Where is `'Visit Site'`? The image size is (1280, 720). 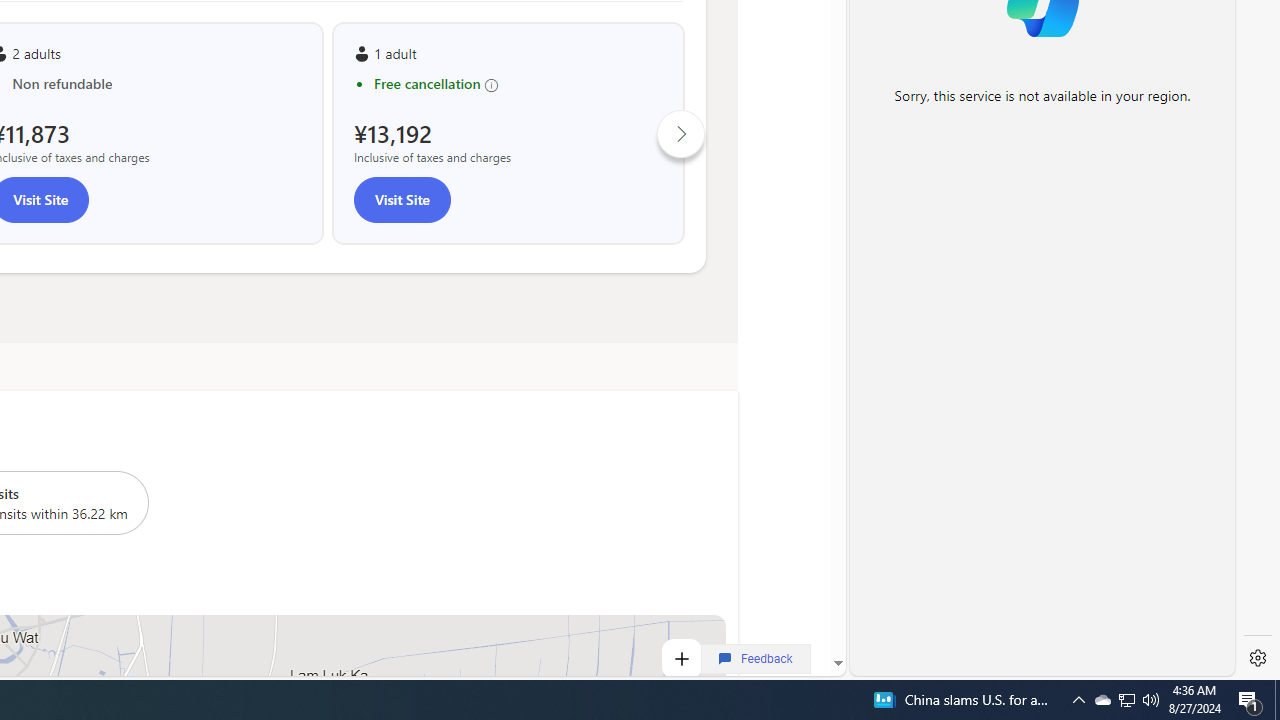
'Visit Site' is located at coordinates (400, 200).